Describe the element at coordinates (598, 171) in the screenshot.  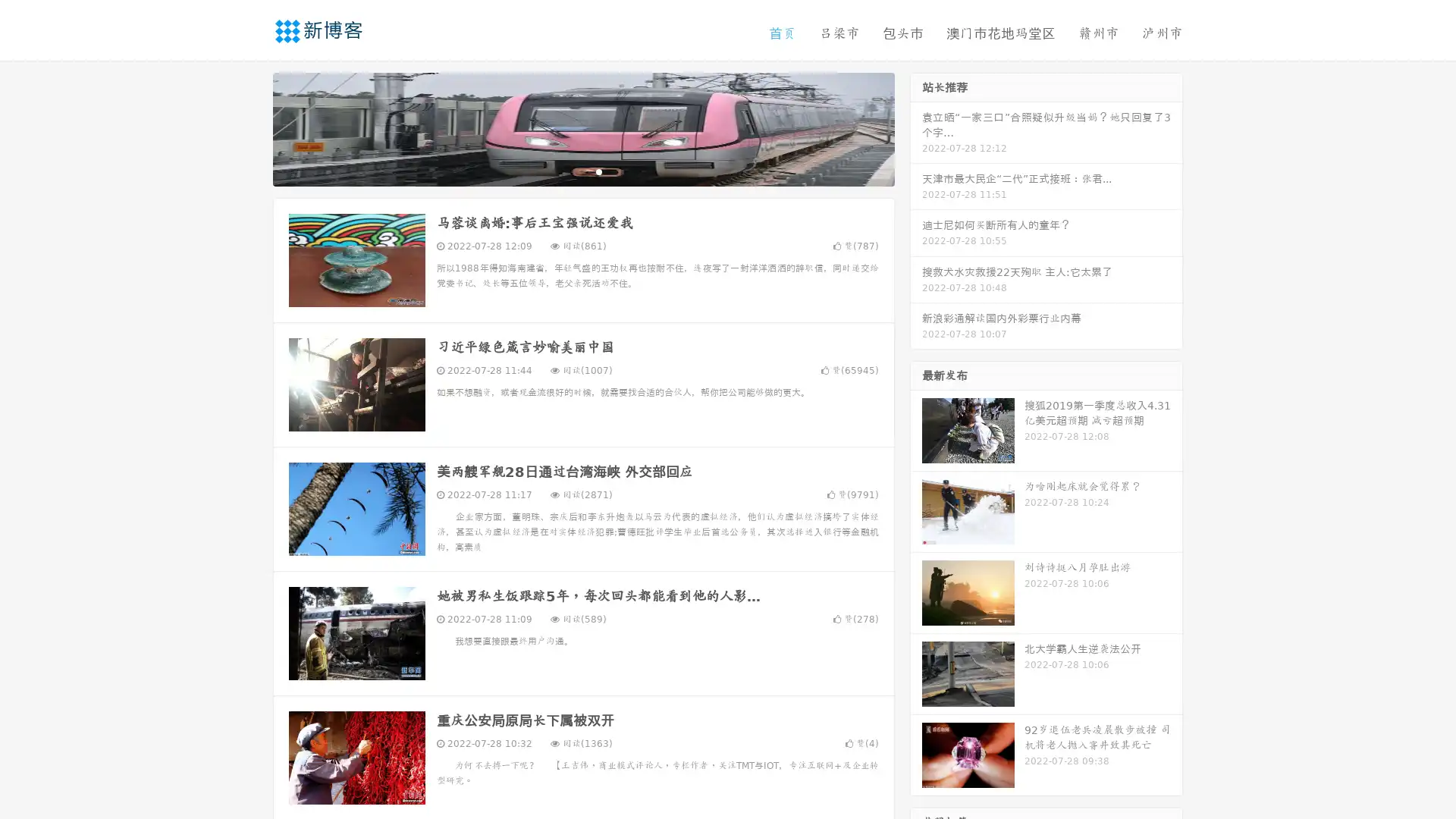
I see `Go to slide 3` at that location.